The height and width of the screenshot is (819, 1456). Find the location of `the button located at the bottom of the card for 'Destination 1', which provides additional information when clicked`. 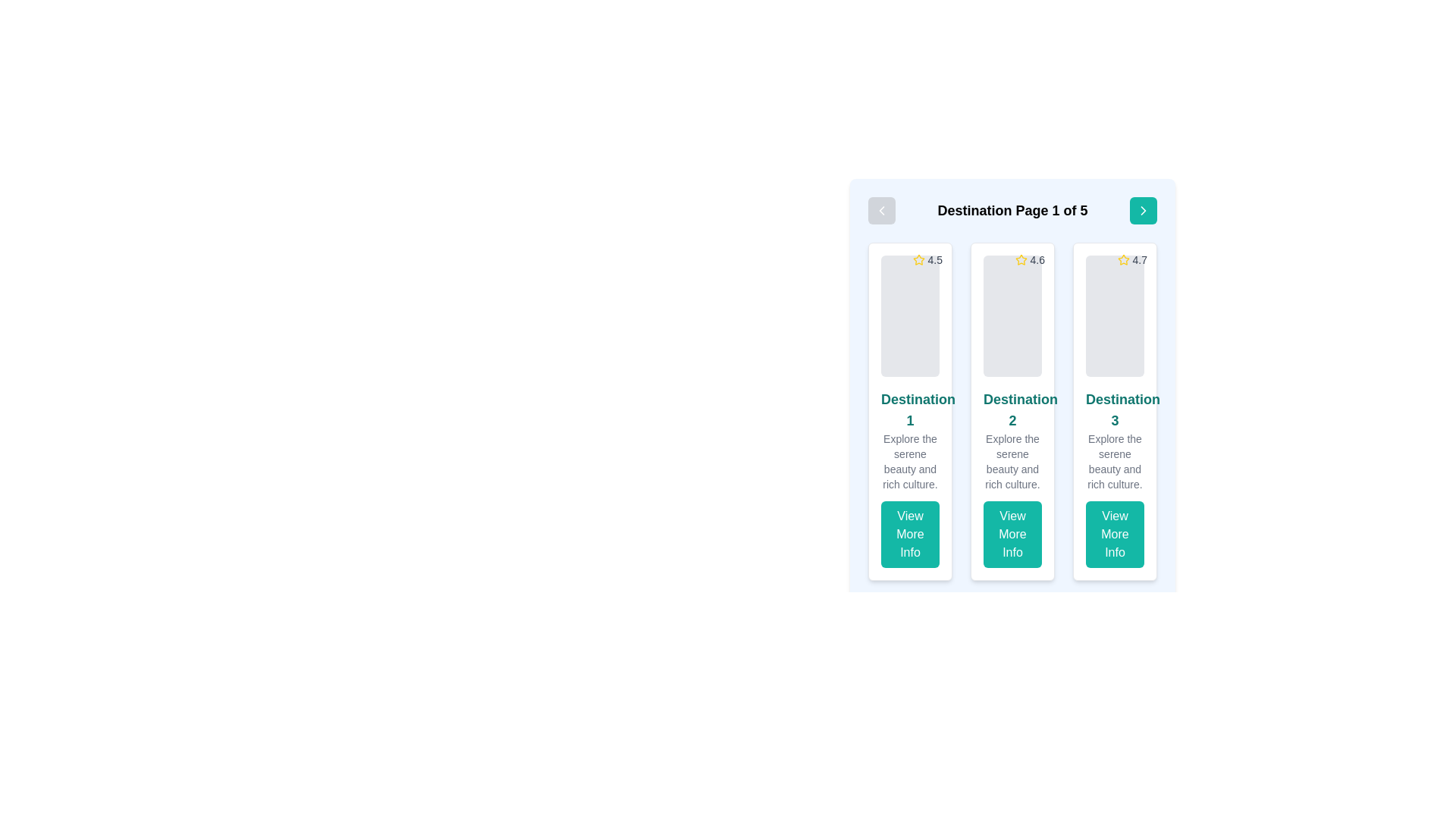

the button located at the bottom of the card for 'Destination 1', which provides additional information when clicked is located at coordinates (910, 534).